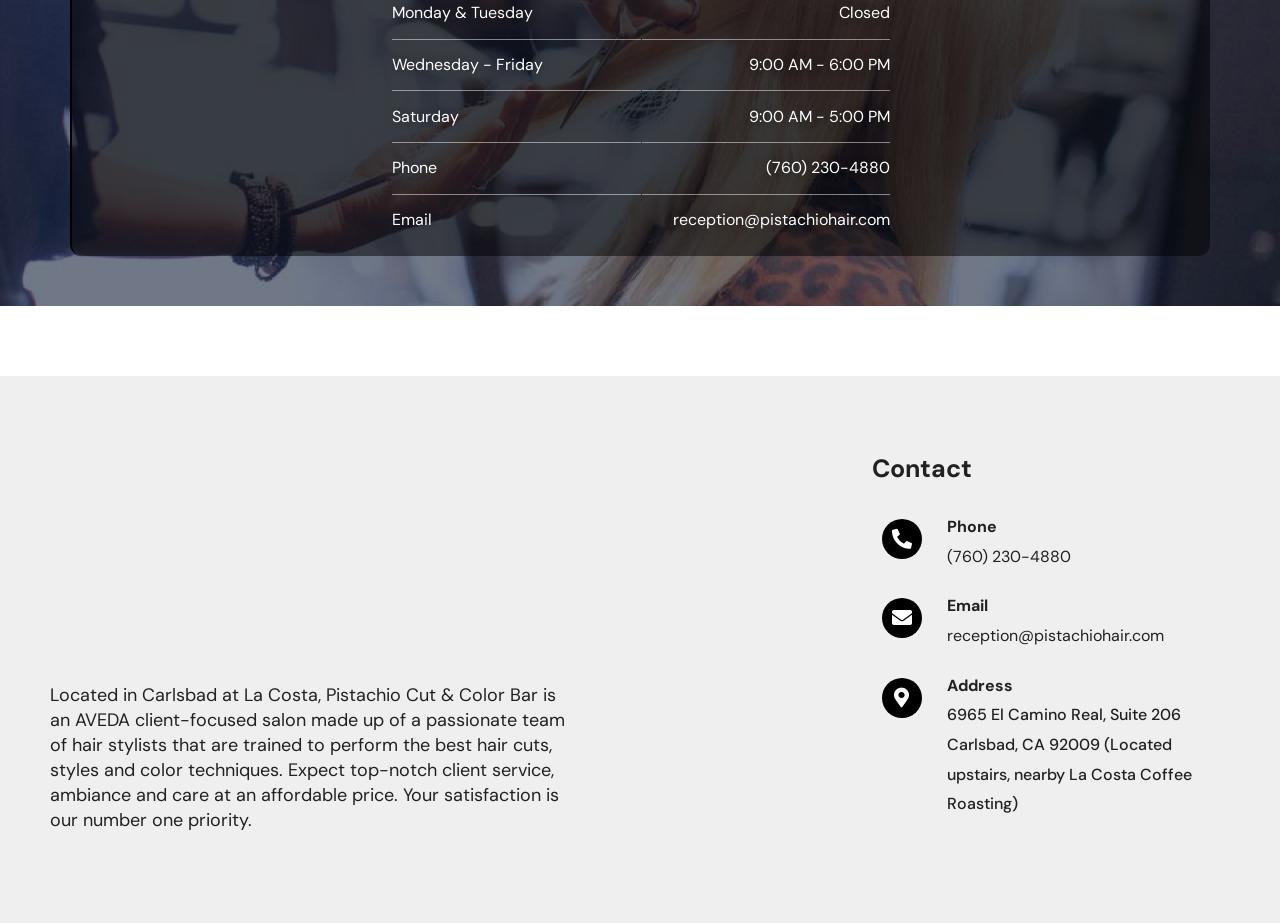  What do you see at coordinates (424, 115) in the screenshot?
I see `'Saturday'` at bounding box center [424, 115].